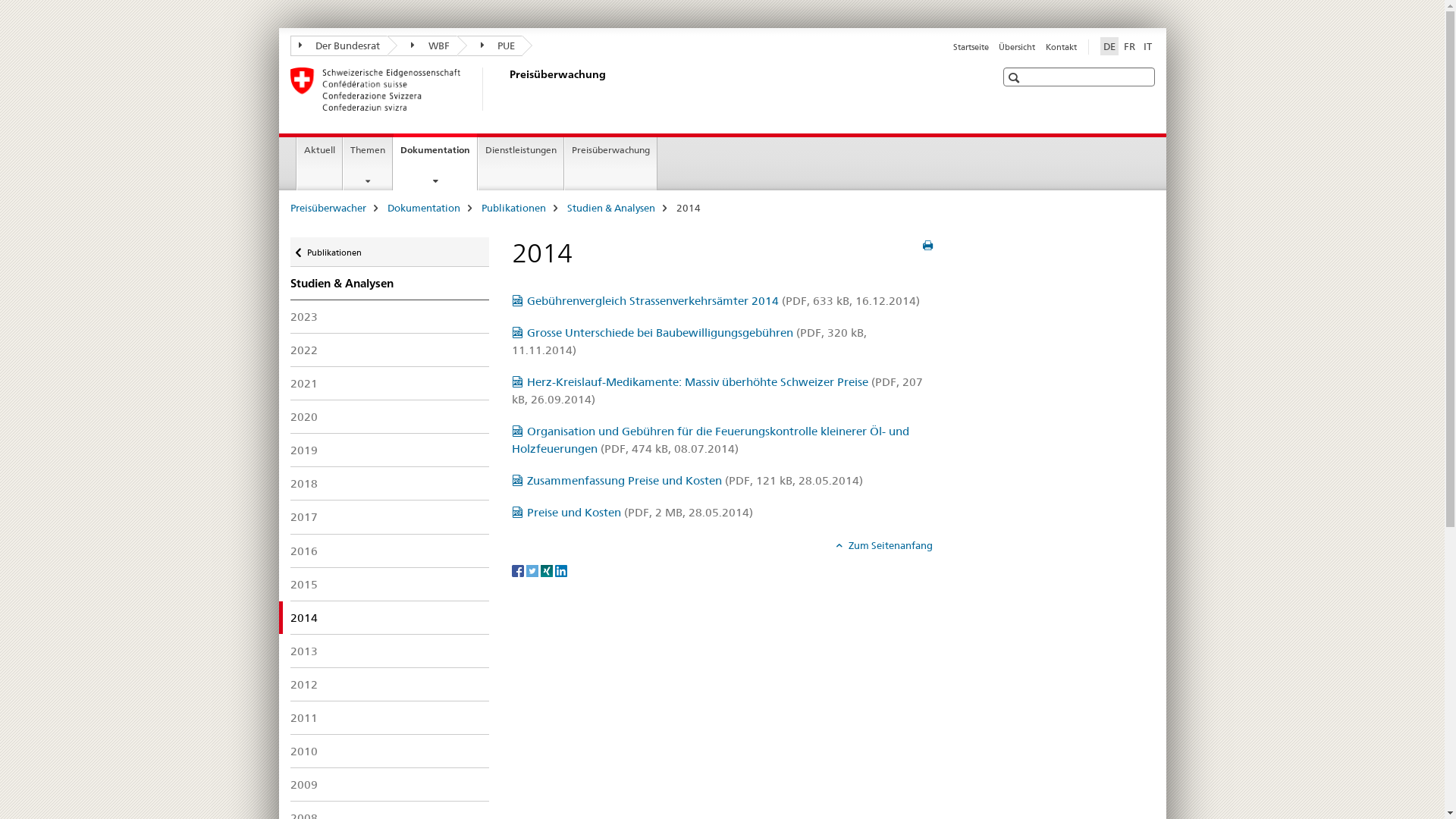 This screenshot has width=1456, height=819. I want to click on '2022', so click(389, 350).